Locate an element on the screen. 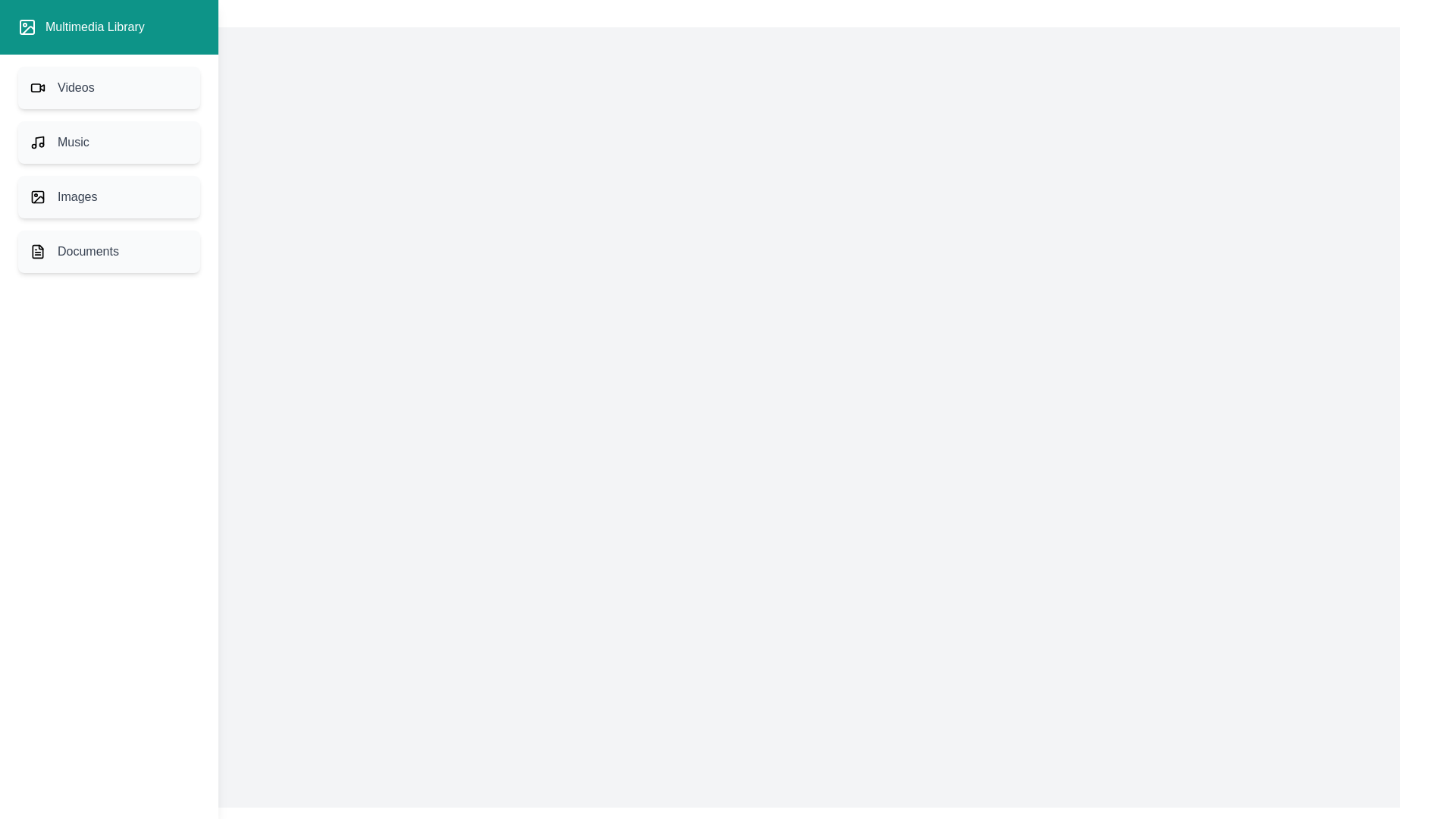  the header of the drawer to inspect it is located at coordinates (108, 27).